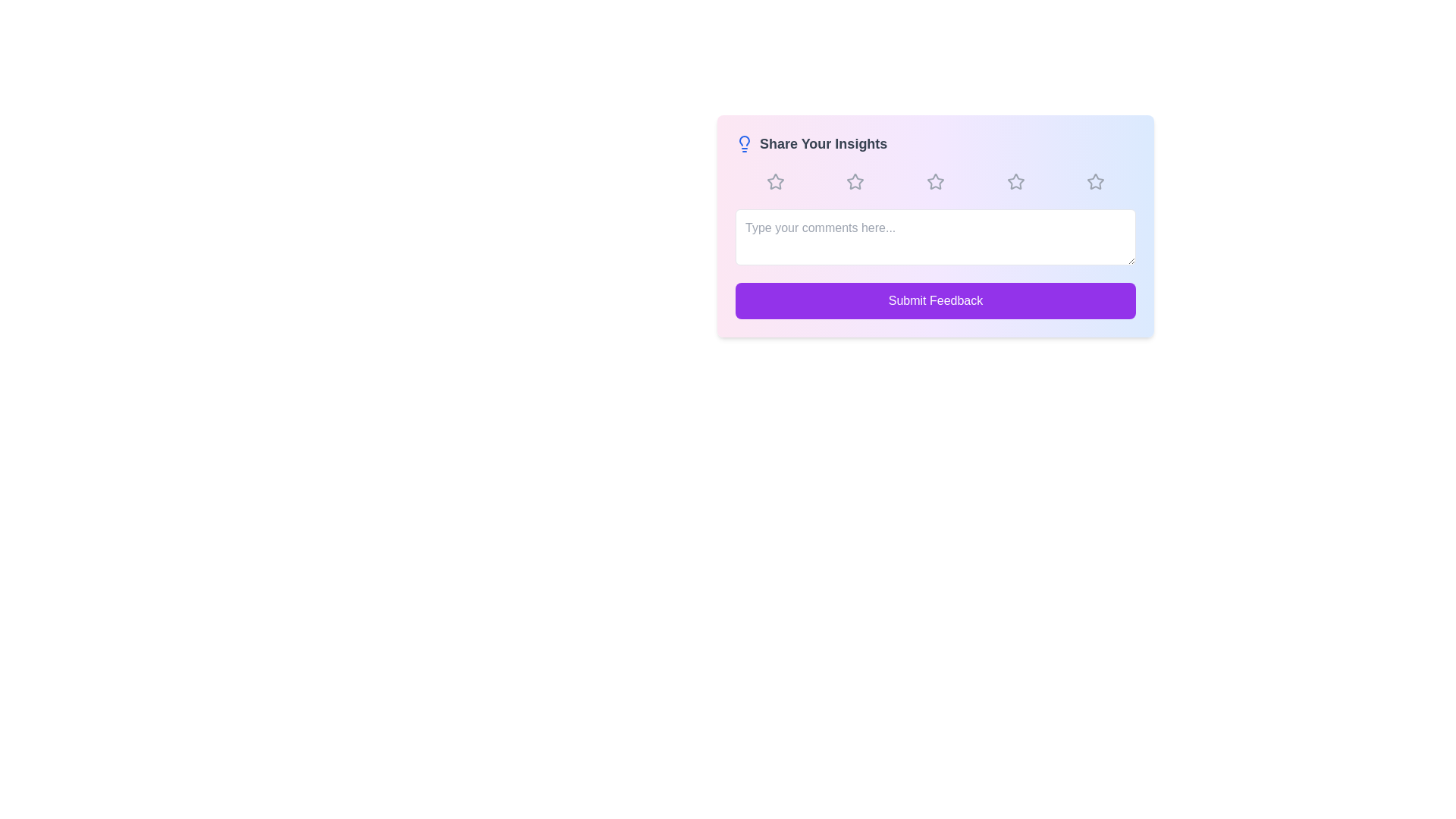  I want to click on the star corresponding to 5 stars to preview the rating, so click(1096, 180).